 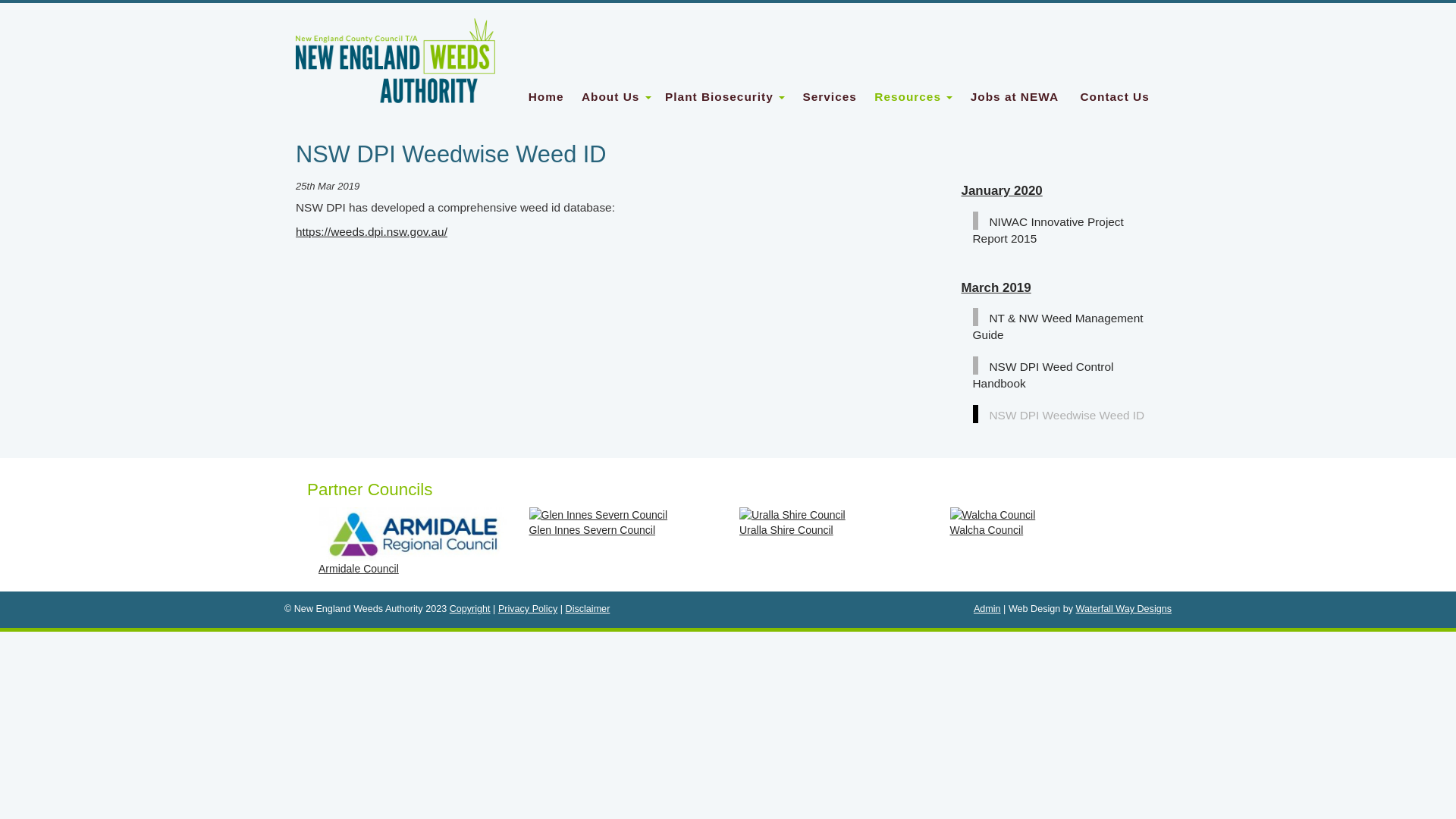 I want to click on 'https://weeds.dpi.nsw.gov.au/', so click(x=371, y=231).